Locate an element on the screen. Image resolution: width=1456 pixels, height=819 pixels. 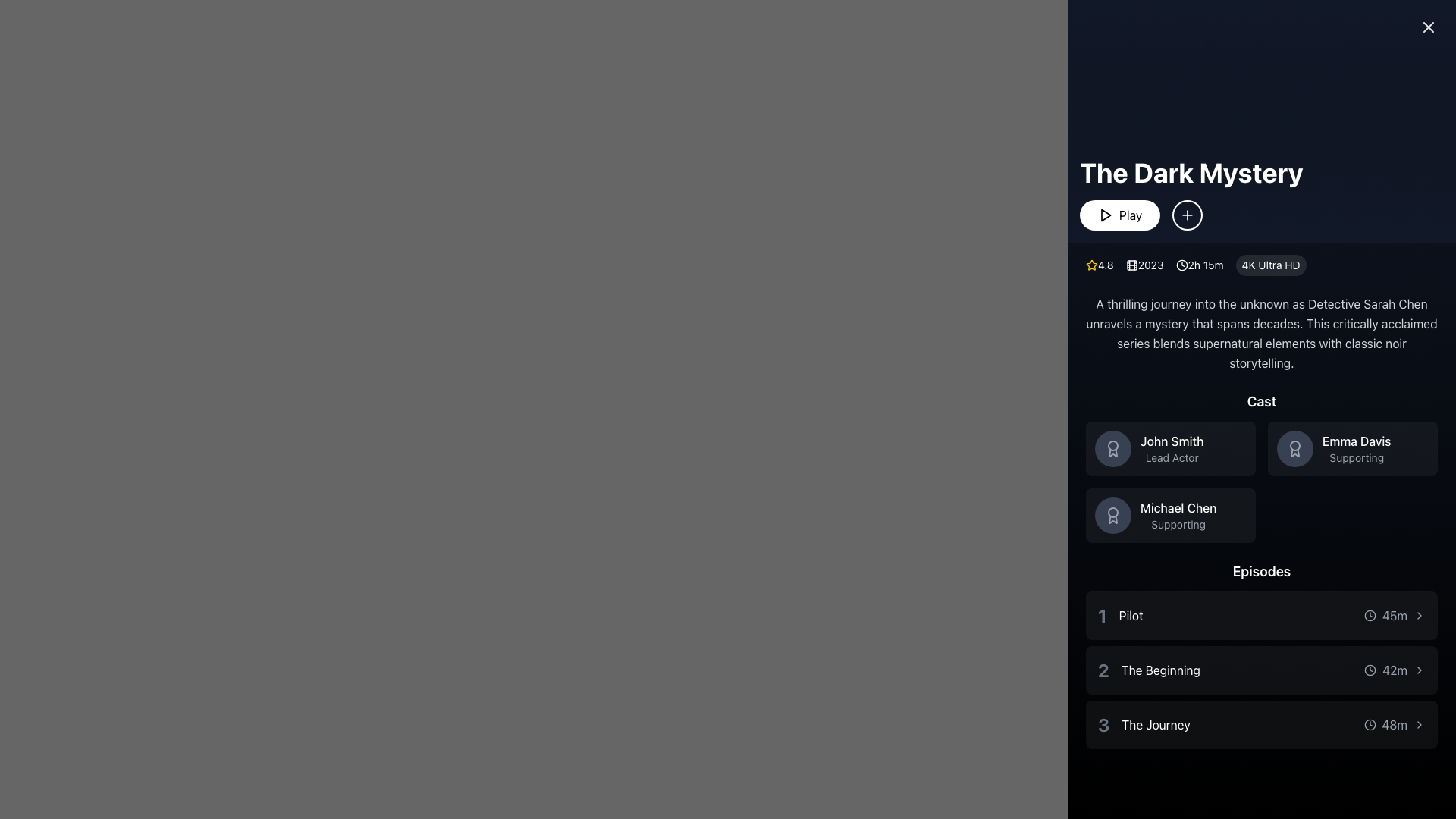
the text label for the episode title located in the 'Episodes' section, which is positioned is located at coordinates (1159, 669).